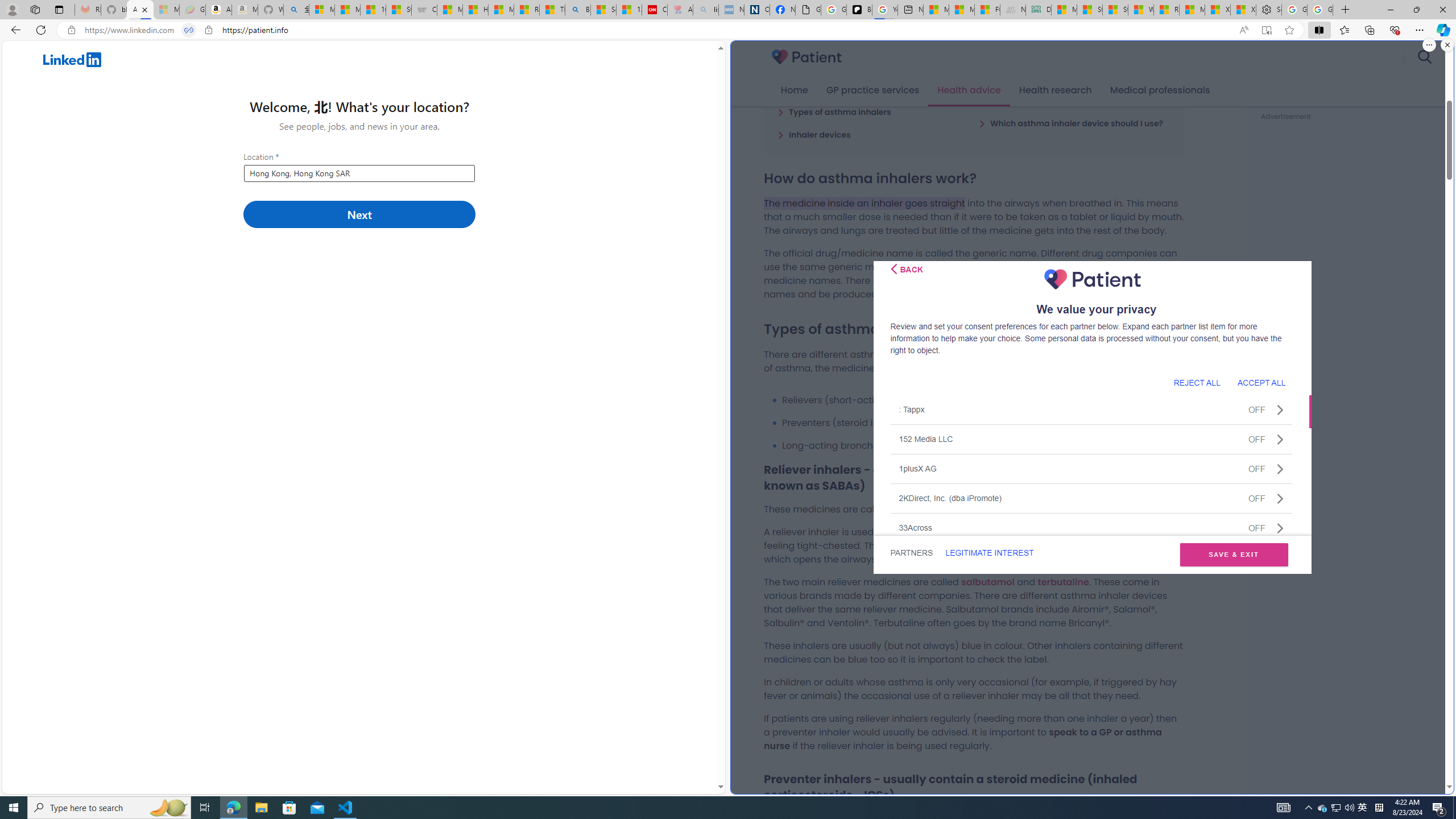 This screenshot has height=819, width=1456. Describe the element at coordinates (988, 553) in the screenshot. I see `'LEGITIMATE INTEREST'` at that location.